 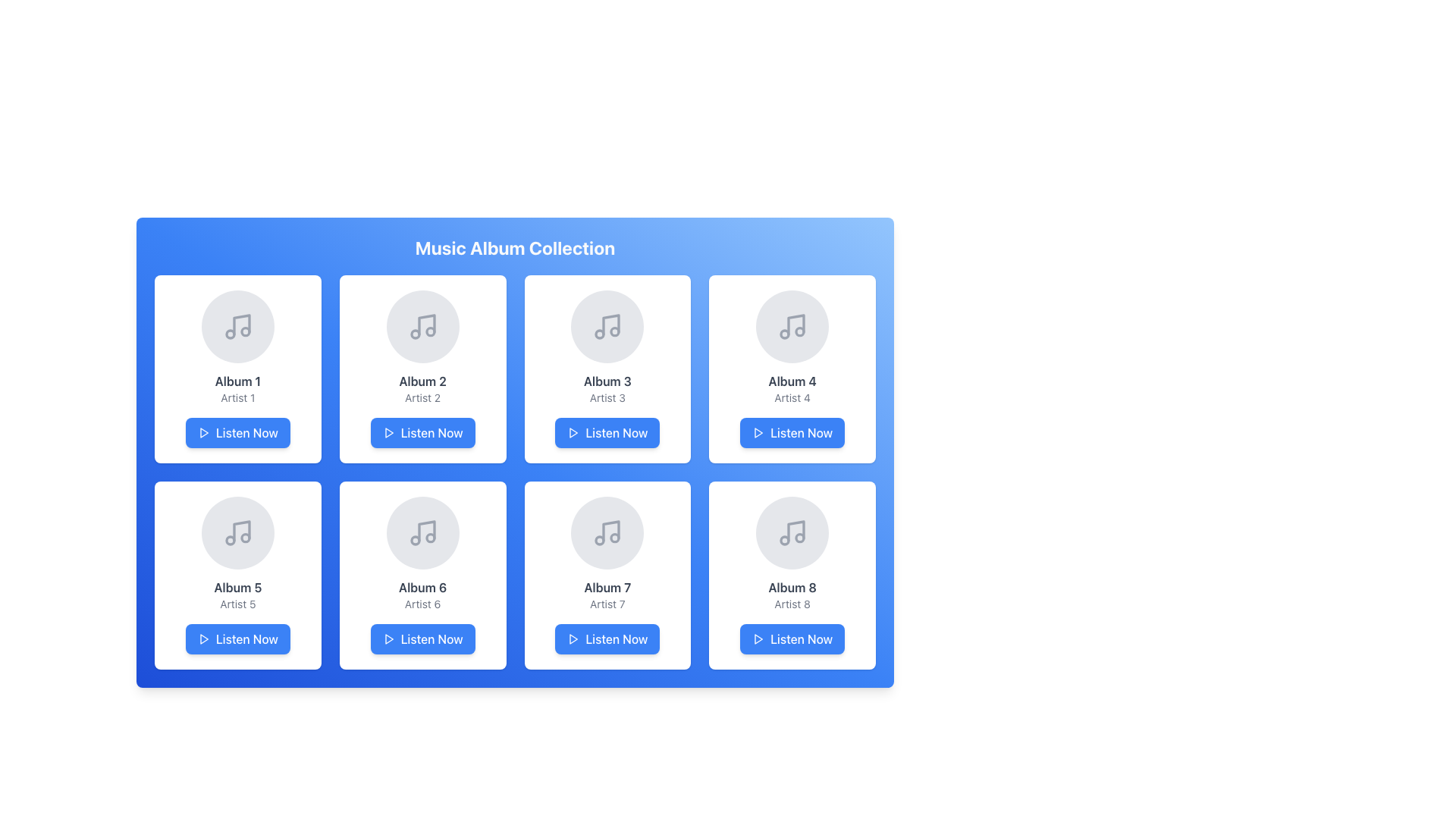 What do you see at coordinates (202, 432) in the screenshot?
I see `the small triangular play icon located within the 'Listen Now' button under the 'Album 1' card` at bounding box center [202, 432].